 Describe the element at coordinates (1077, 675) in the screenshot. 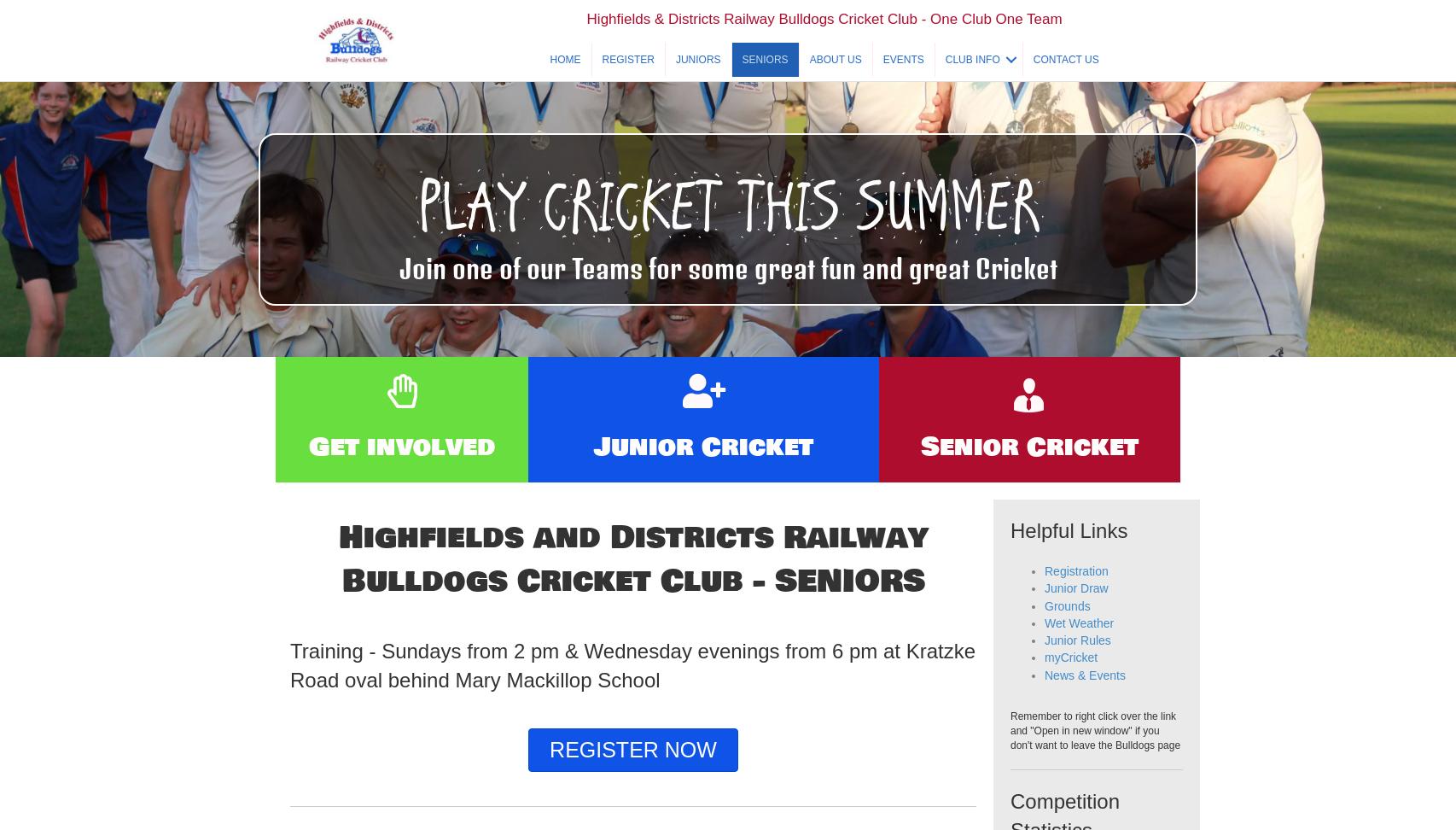

I see `'Junior Rules'` at that location.